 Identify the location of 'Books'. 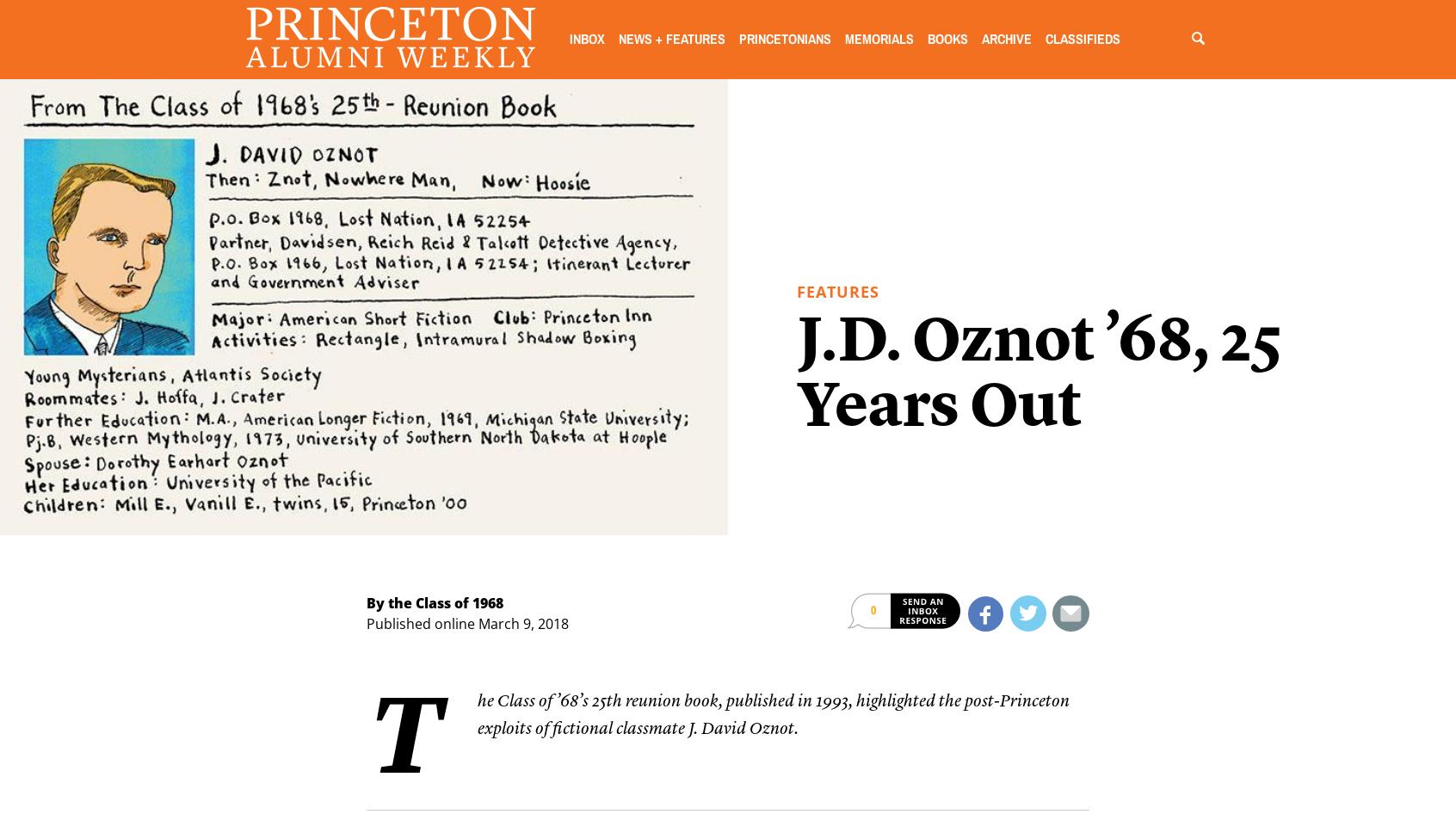
(947, 39).